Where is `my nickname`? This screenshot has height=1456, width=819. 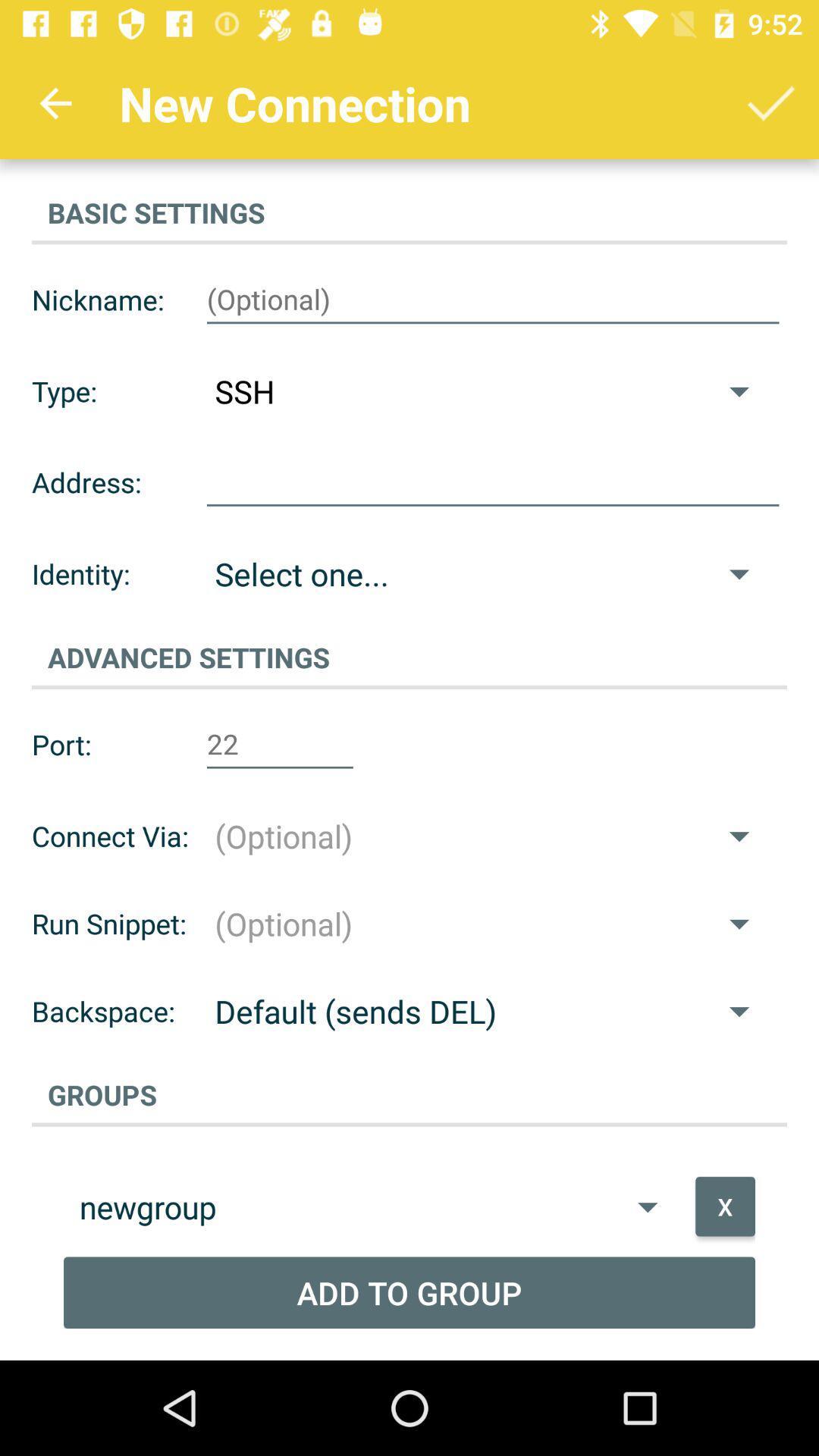
my nickname is located at coordinates (493, 300).